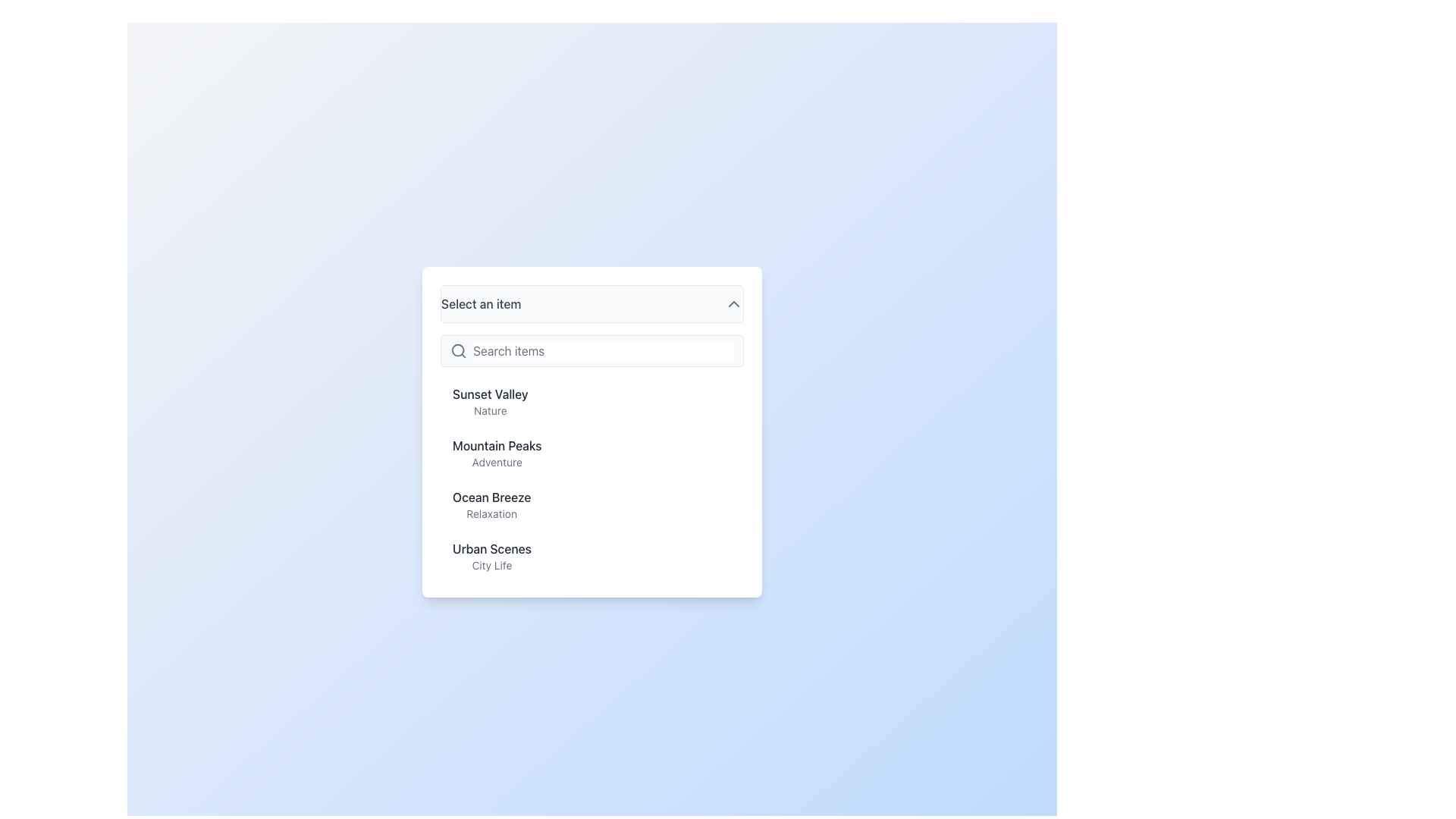 This screenshot has height=819, width=1456. What do you see at coordinates (480, 304) in the screenshot?
I see `the text label that says 'Select an item', which is styled in medium-sized gray font and is part of a dropdown interface` at bounding box center [480, 304].